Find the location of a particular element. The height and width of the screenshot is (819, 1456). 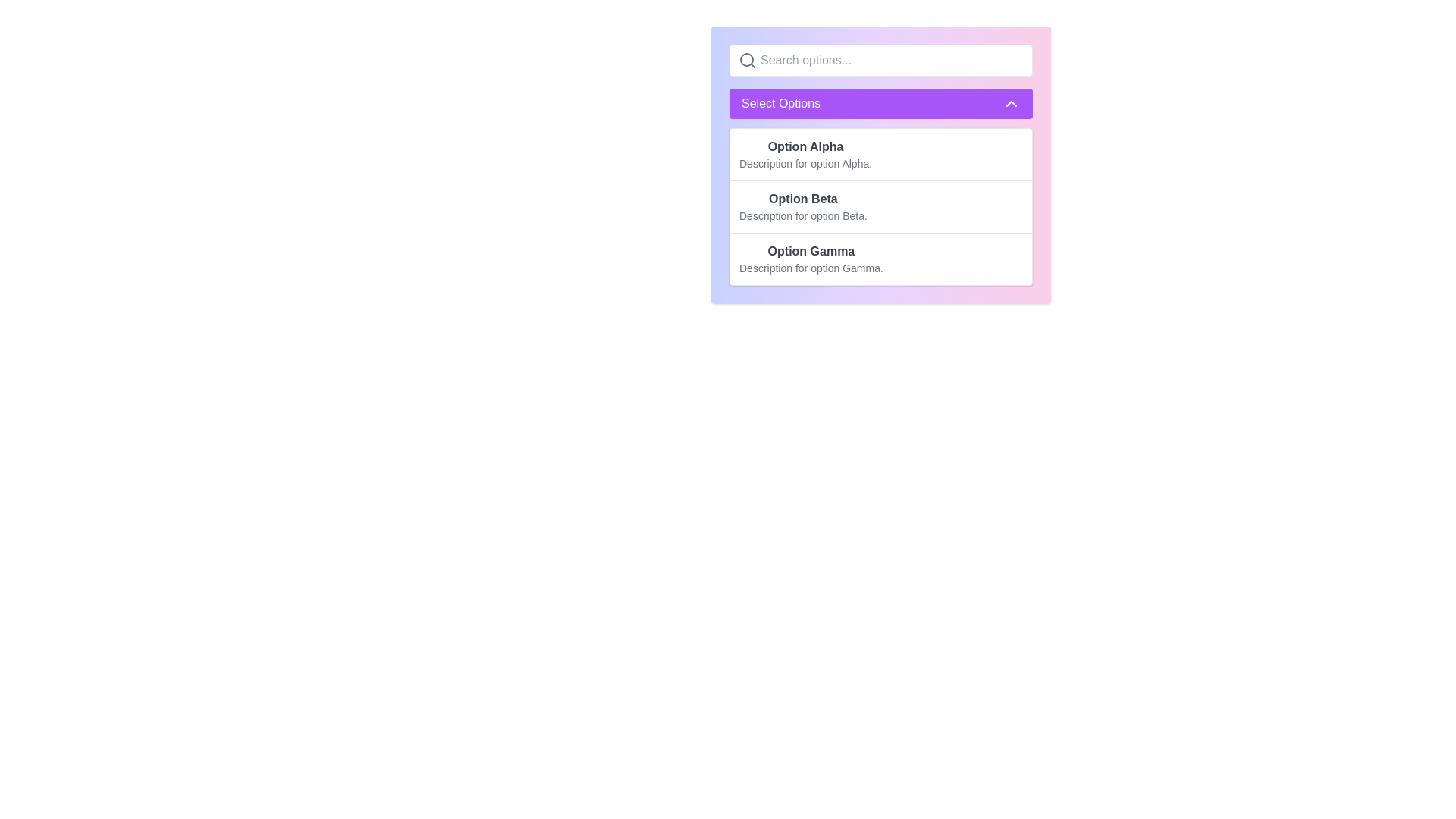

the first selectable option is located at coordinates (805, 155).